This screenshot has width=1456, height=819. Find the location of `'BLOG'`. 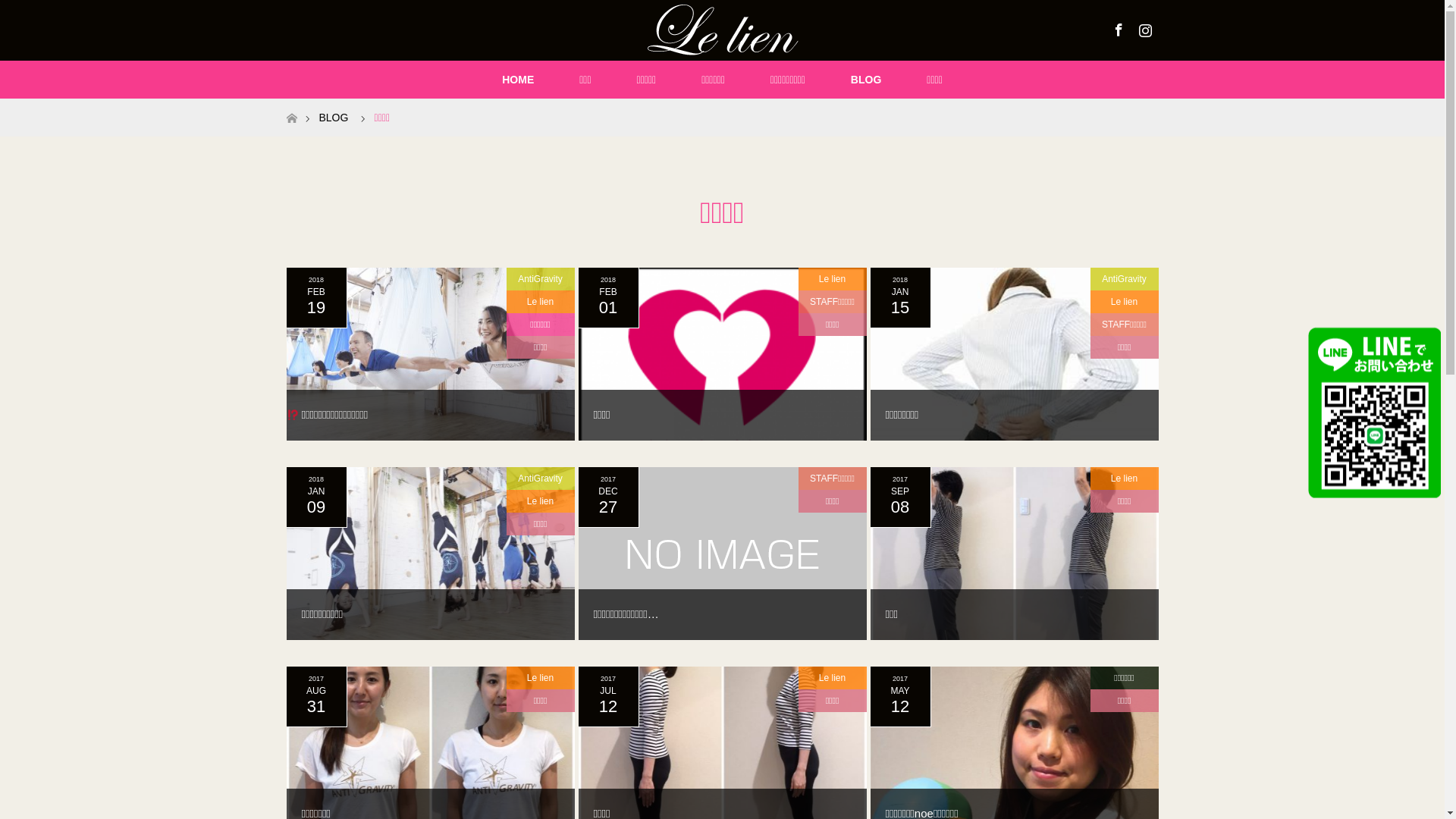

'BLOG' is located at coordinates (866, 79).